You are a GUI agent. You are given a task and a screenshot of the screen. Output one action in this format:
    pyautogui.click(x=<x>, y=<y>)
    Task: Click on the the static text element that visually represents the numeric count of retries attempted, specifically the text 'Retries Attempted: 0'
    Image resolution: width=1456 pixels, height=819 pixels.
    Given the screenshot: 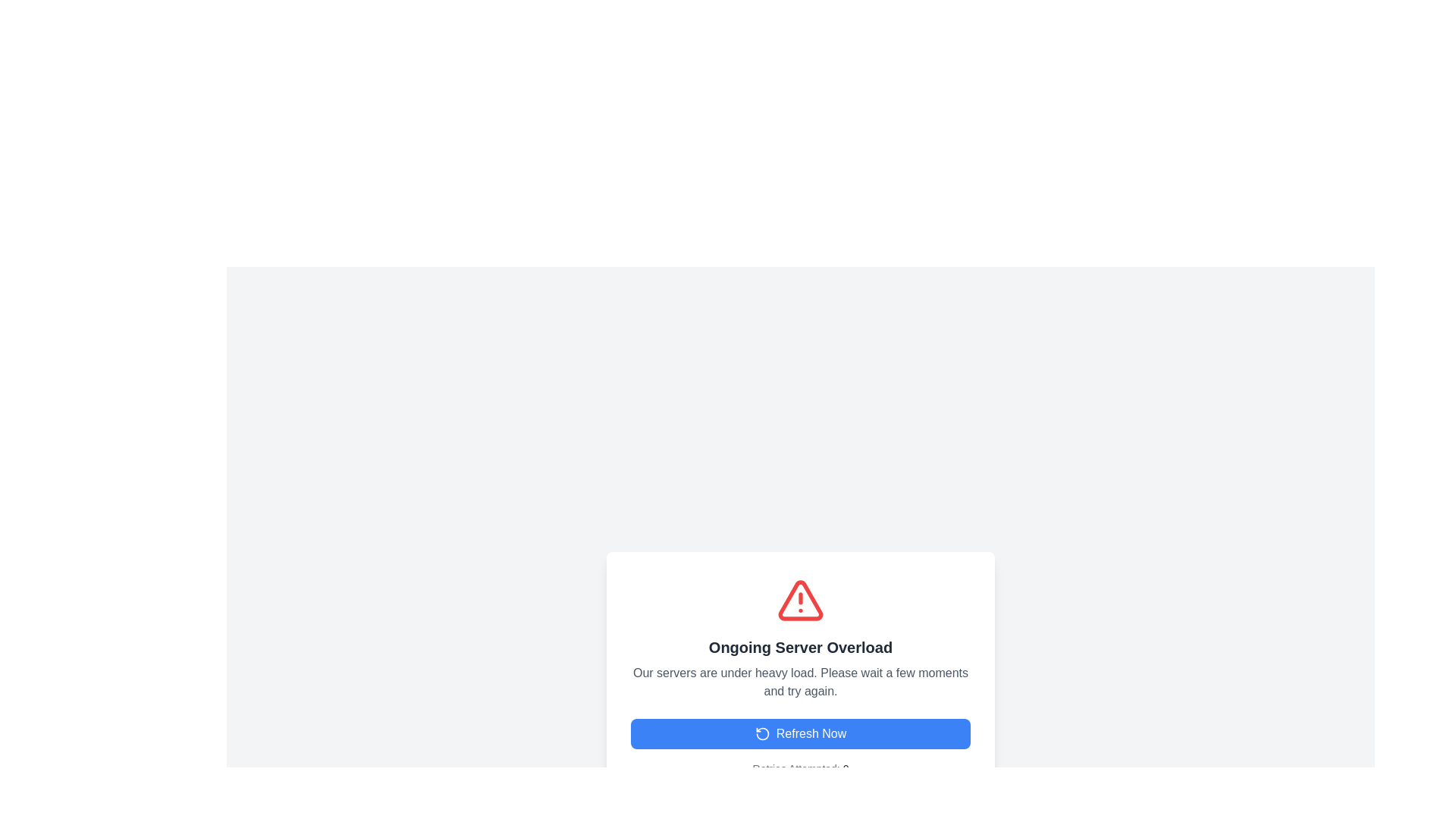 What is the action you would take?
    pyautogui.click(x=845, y=769)
    